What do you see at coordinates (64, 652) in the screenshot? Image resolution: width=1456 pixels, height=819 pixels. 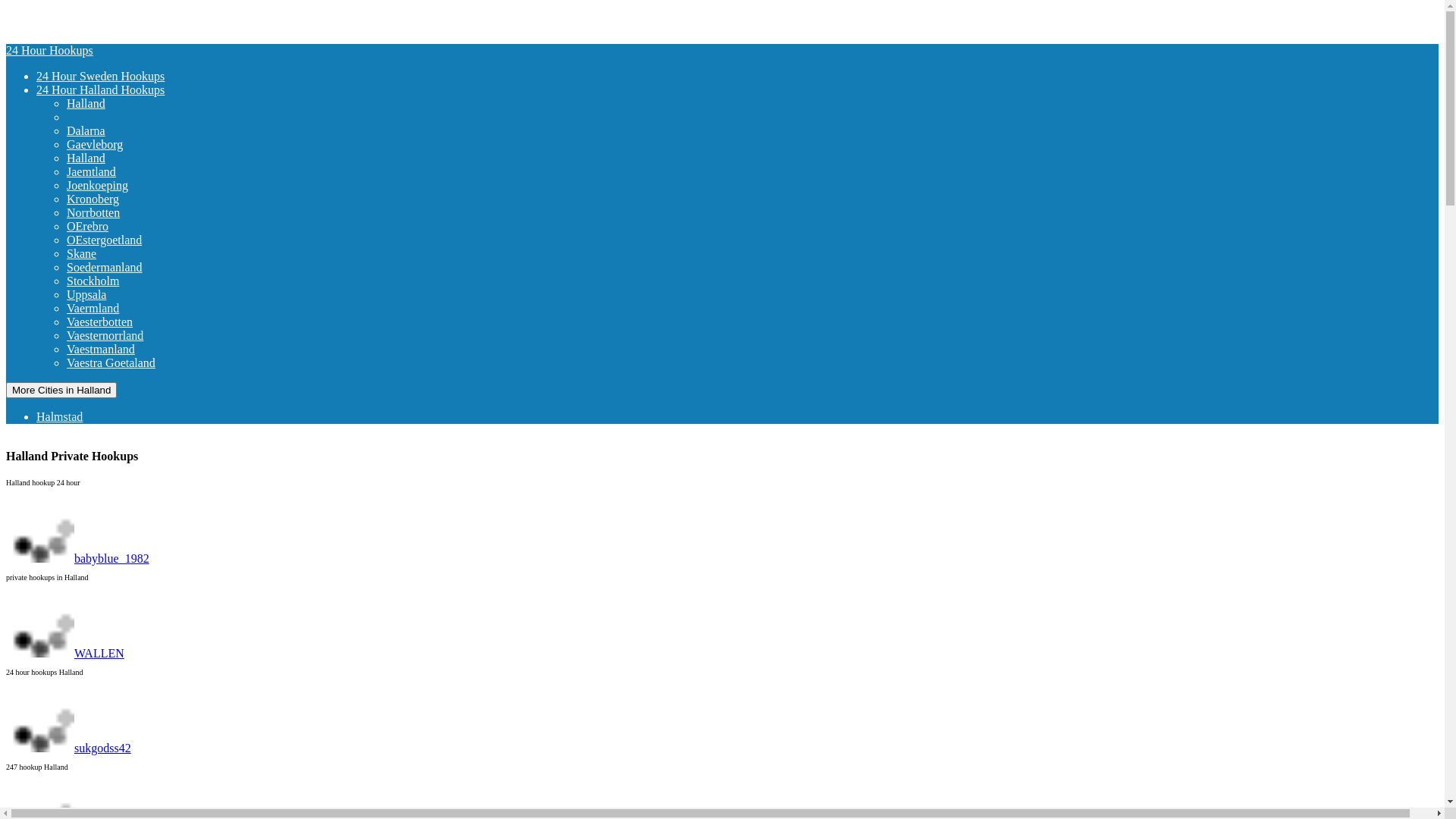 I see `'WALLEN'` at bounding box center [64, 652].